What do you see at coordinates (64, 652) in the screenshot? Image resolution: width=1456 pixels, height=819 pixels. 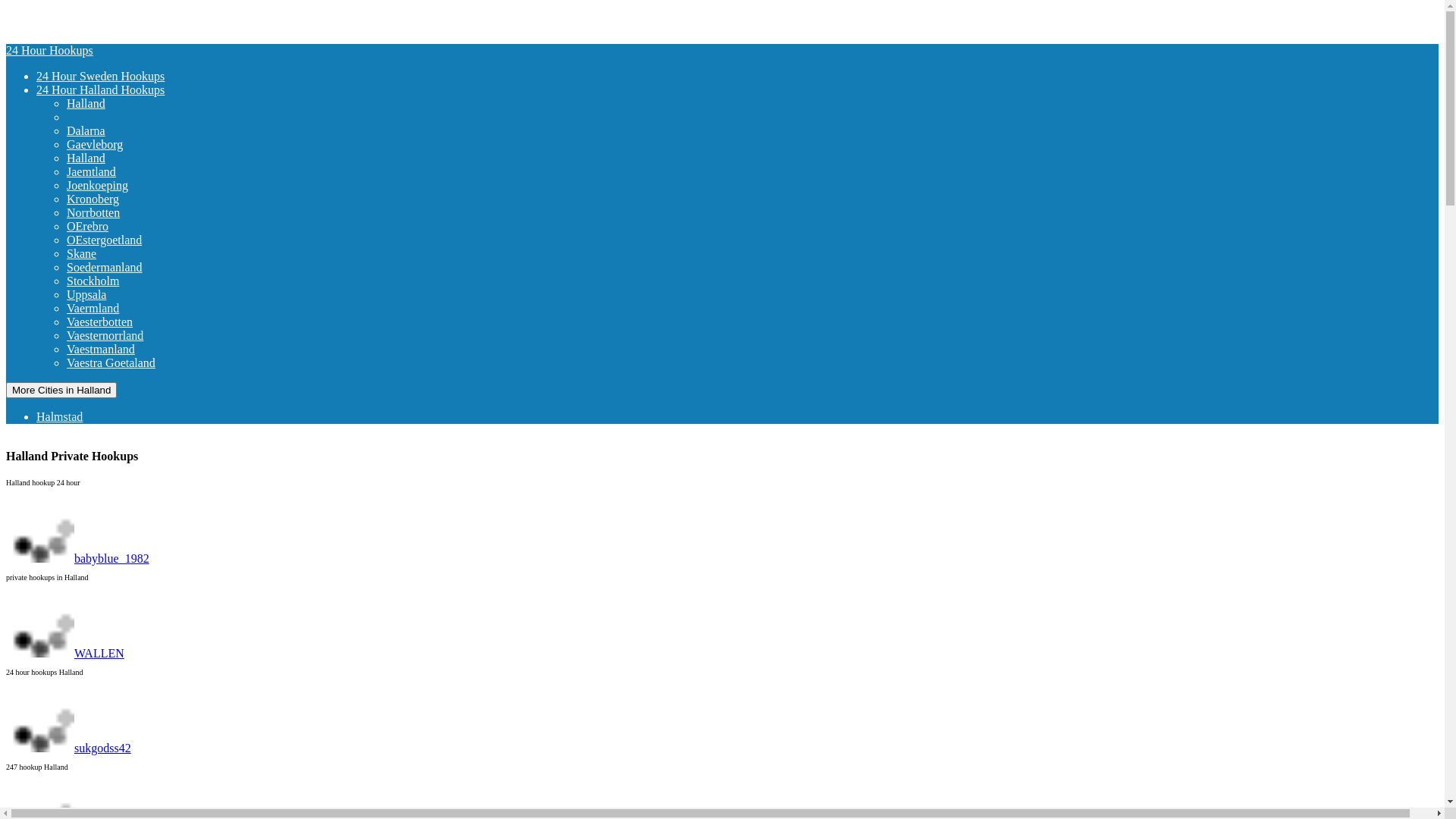 I see `'WALLEN'` at bounding box center [64, 652].